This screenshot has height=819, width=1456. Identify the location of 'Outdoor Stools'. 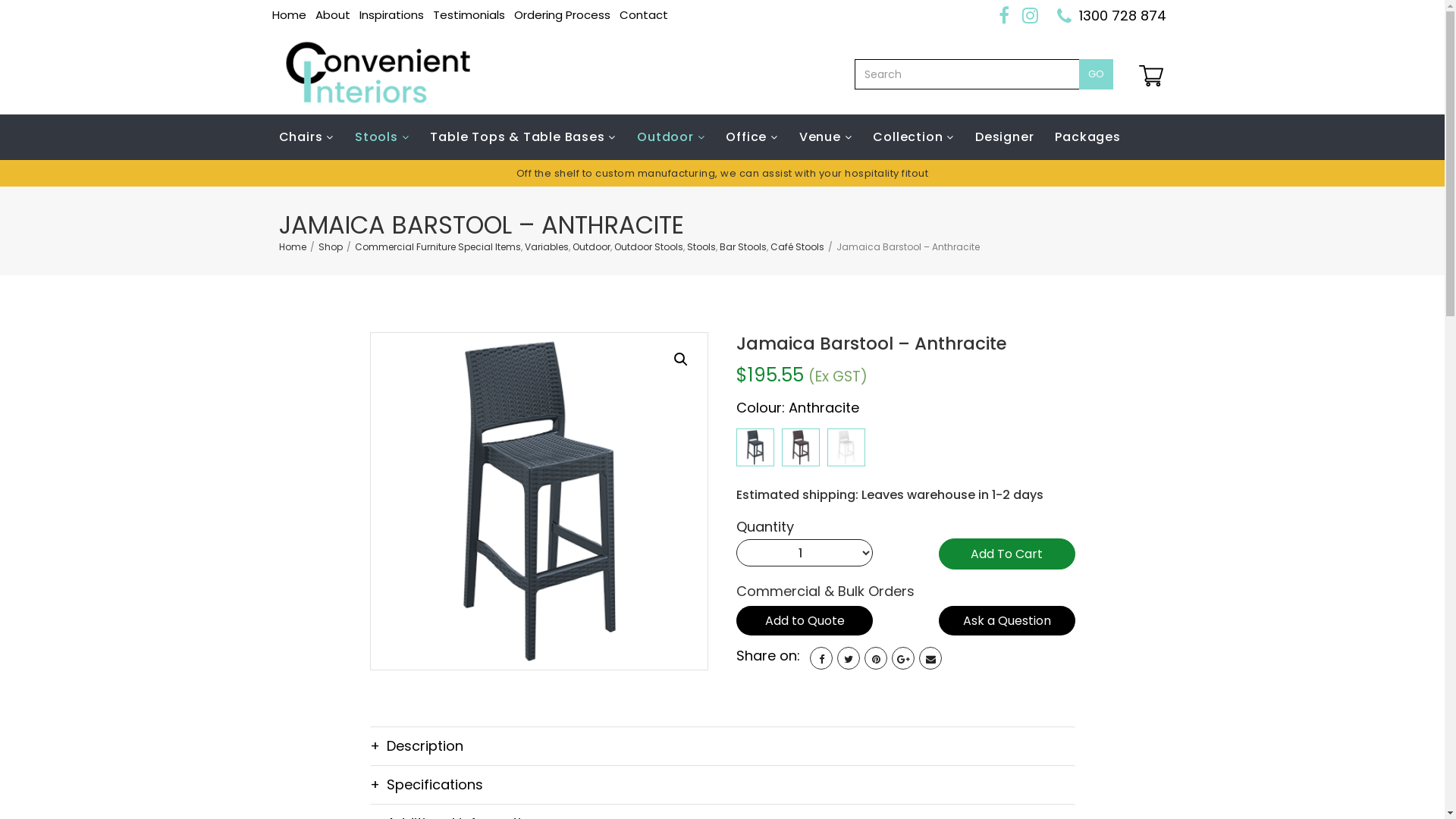
(648, 246).